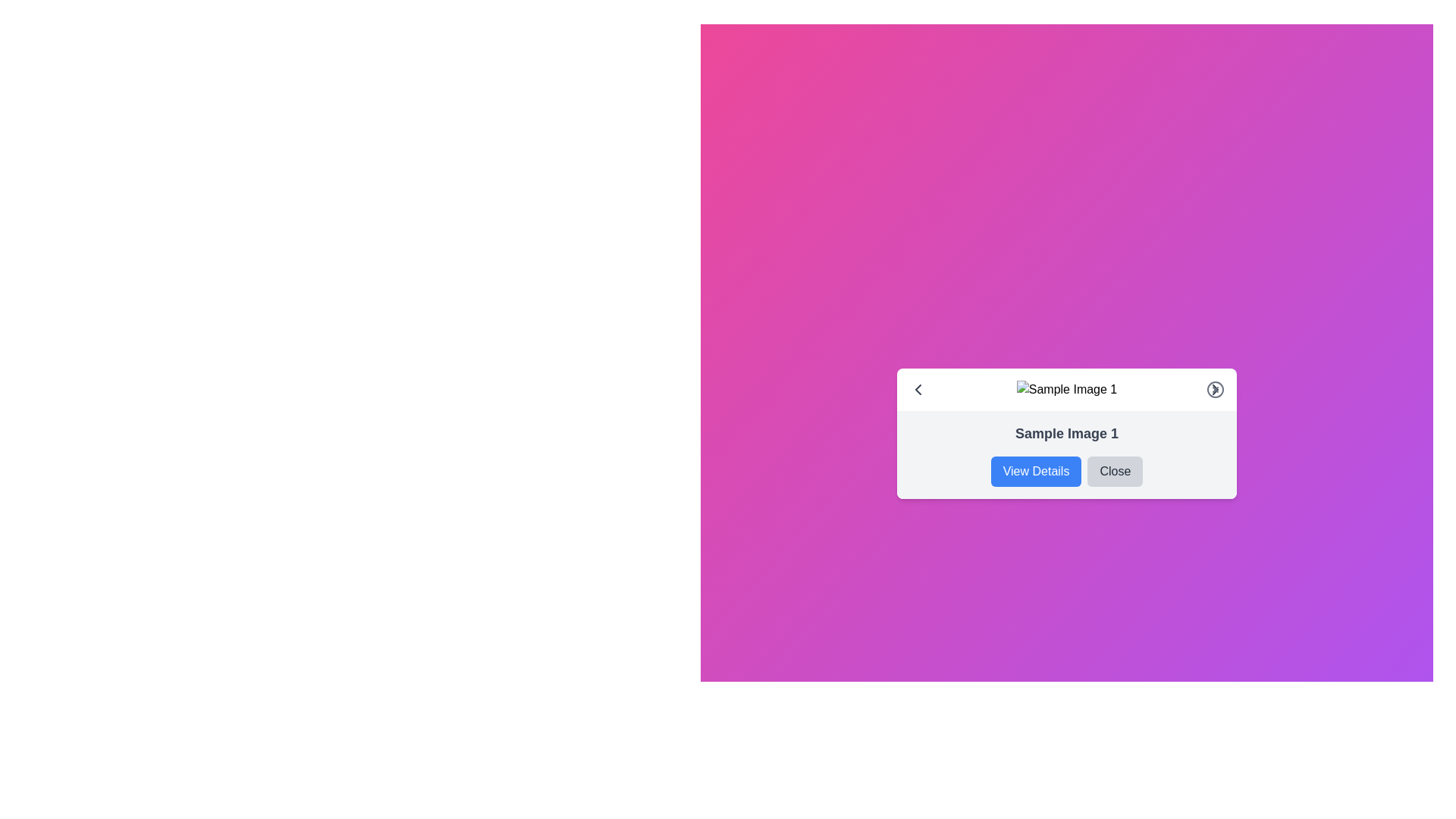 The image size is (1456, 819). What do you see at coordinates (1065, 433) in the screenshot?
I see `the image and text components of the card element that displays grouped content and interactive options, located in the center of the viewport` at bounding box center [1065, 433].